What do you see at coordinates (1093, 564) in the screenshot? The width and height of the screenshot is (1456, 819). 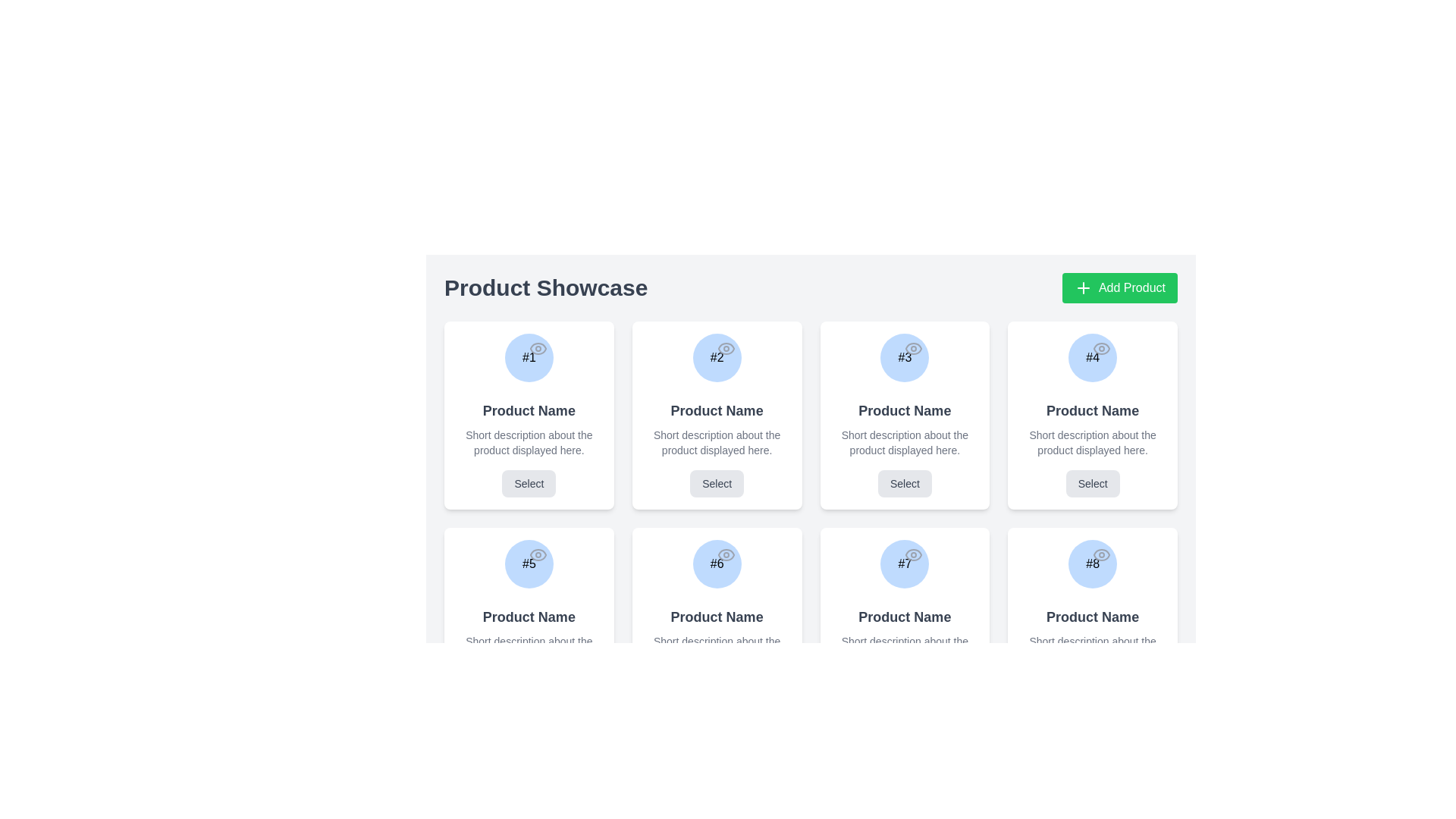 I see `the text label inside the decorative icon located in the eighth card of the grid layout, which serves as a numerical identifier for the card` at bounding box center [1093, 564].